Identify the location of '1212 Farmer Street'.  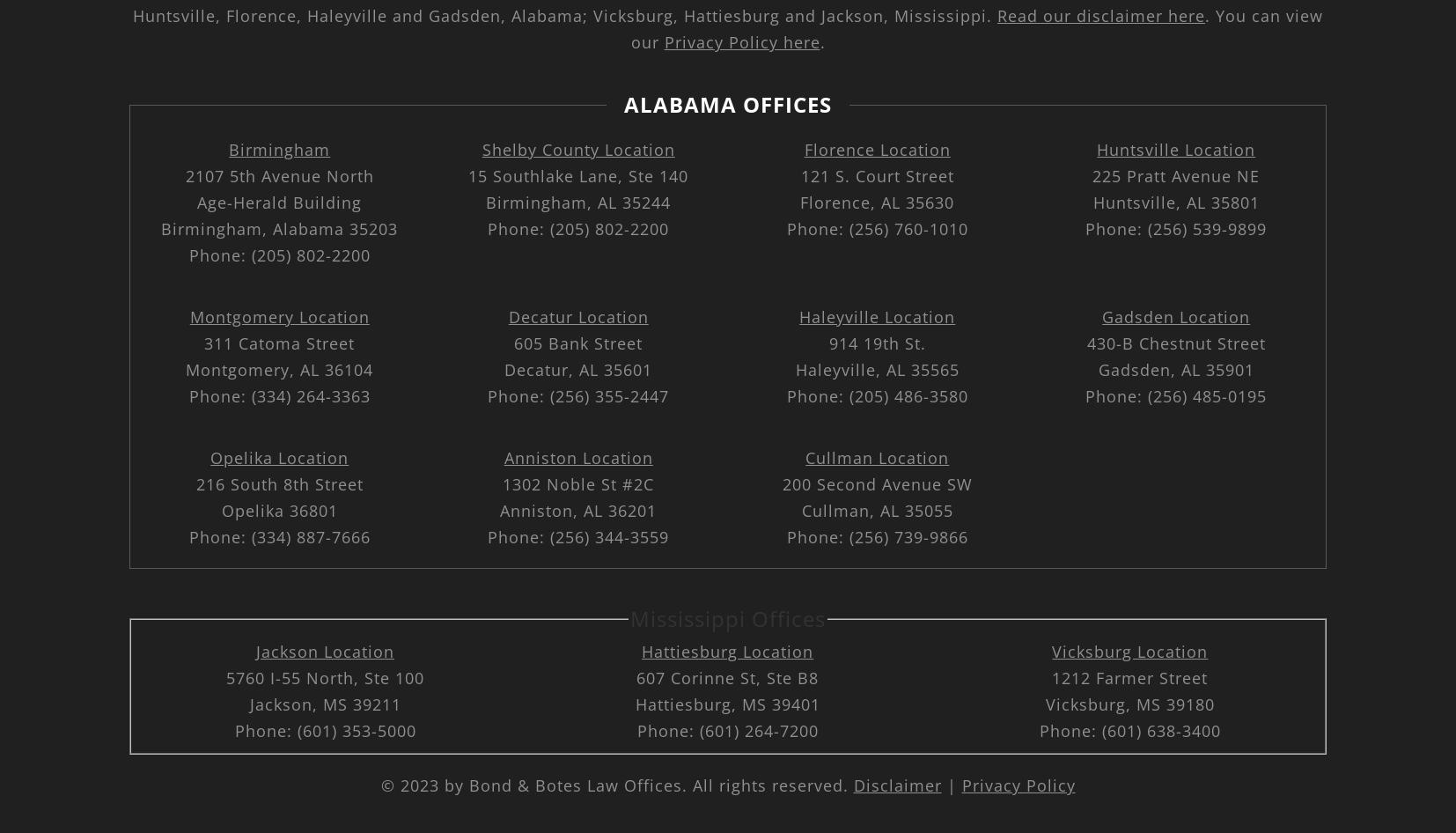
(1051, 677).